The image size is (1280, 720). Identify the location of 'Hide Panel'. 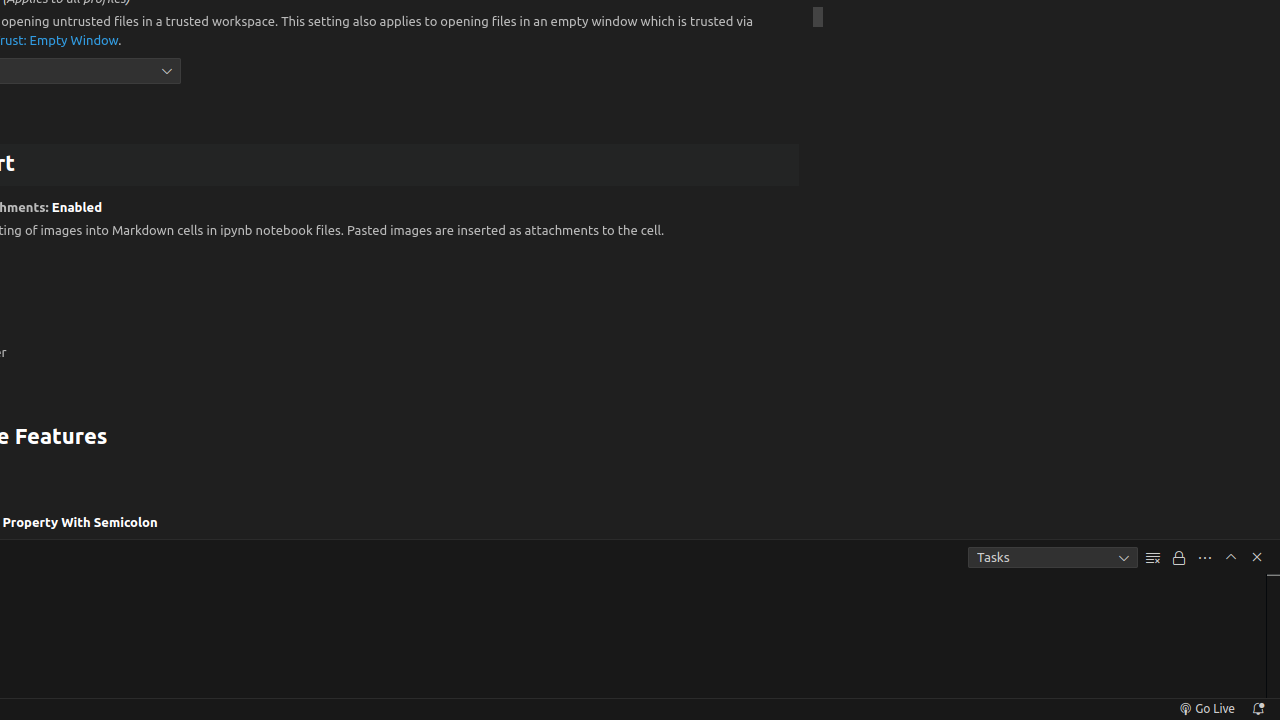
(1255, 556).